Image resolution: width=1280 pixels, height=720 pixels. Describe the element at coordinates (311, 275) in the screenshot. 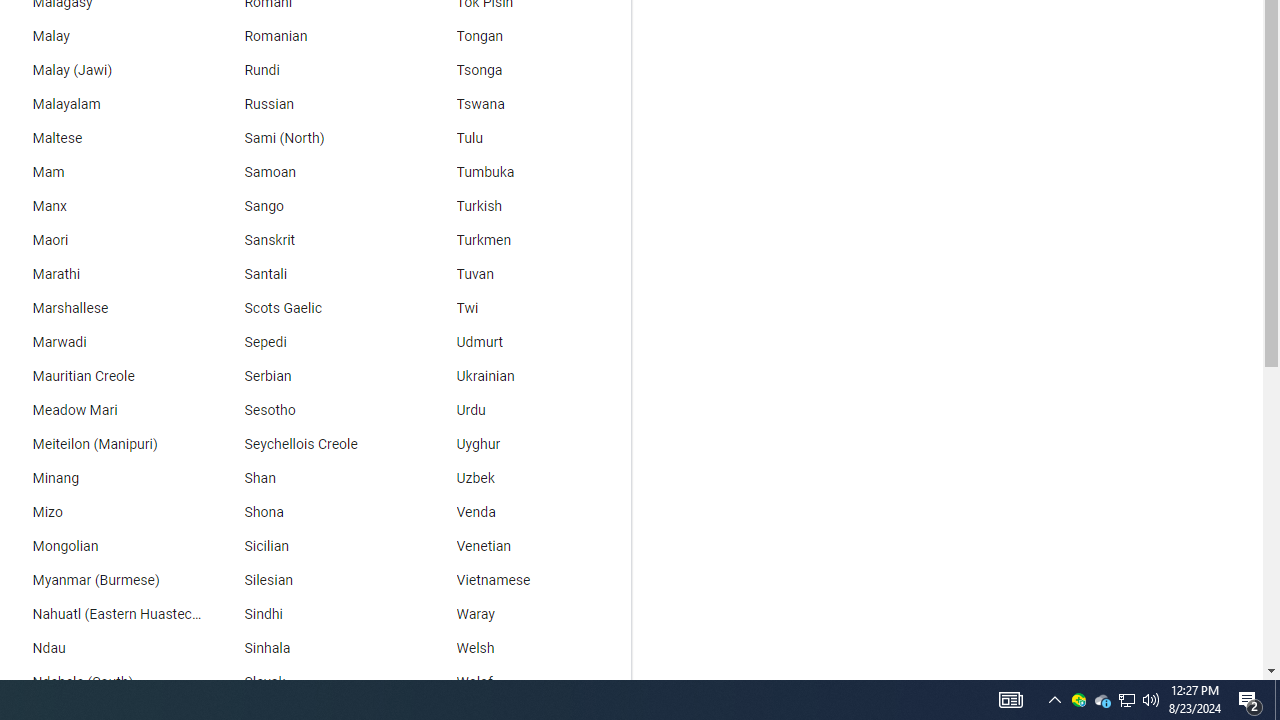

I see `'Santali'` at that location.